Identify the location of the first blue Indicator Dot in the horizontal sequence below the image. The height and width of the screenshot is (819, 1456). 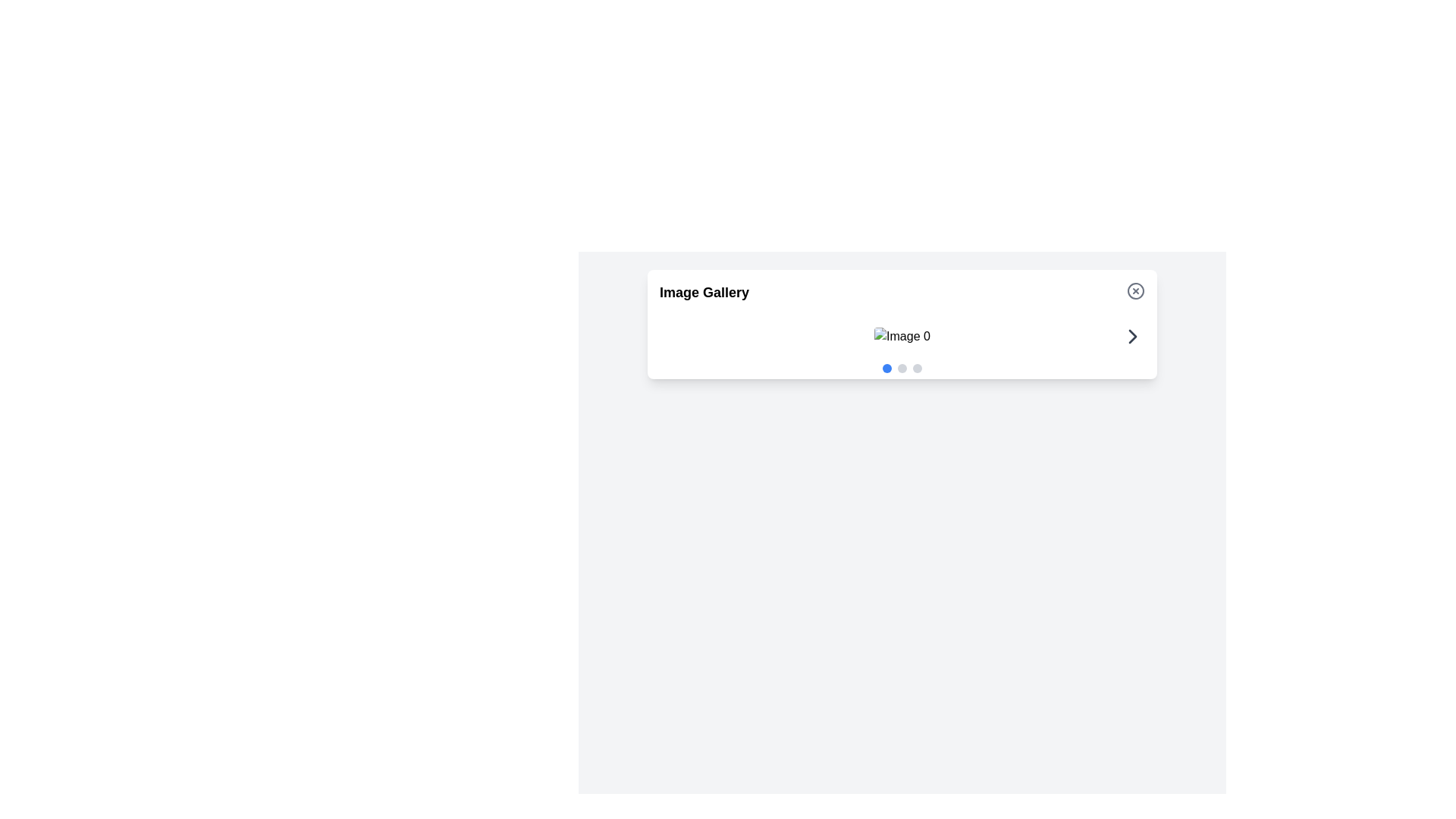
(887, 369).